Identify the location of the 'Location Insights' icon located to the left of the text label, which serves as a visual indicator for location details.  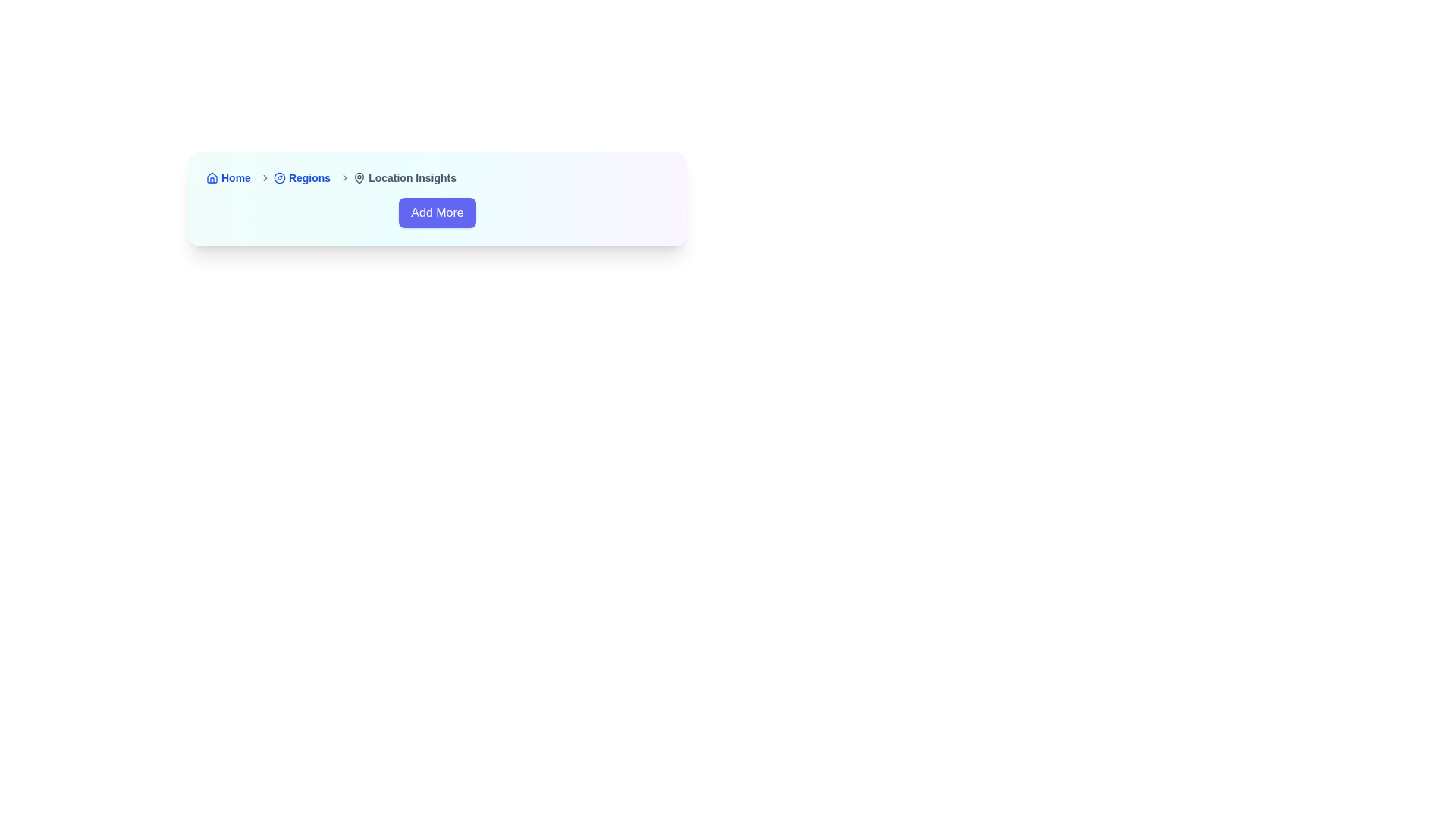
(359, 177).